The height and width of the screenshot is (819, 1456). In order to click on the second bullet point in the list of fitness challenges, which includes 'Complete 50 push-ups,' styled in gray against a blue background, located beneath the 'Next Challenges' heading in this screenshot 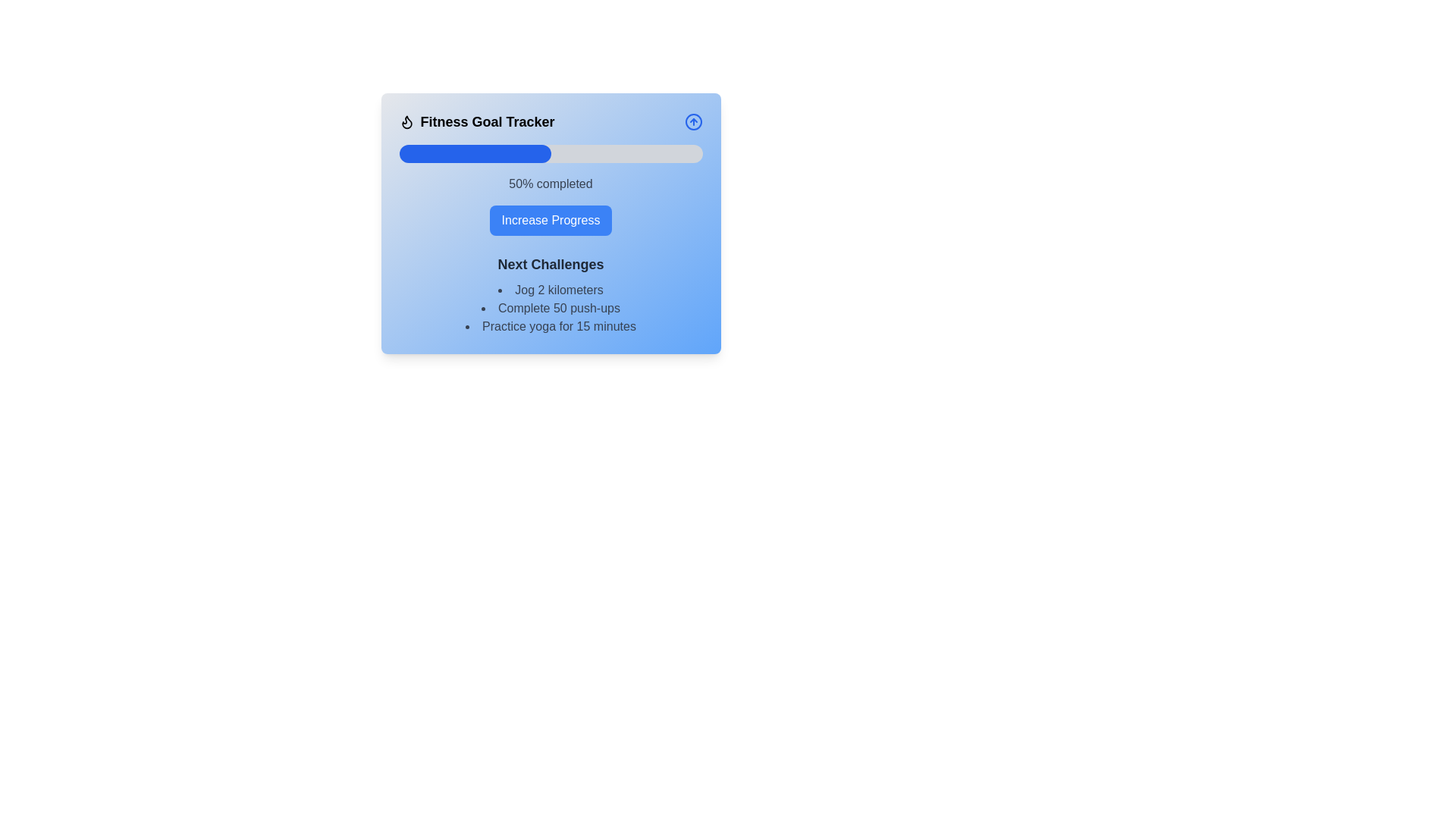, I will do `click(550, 308)`.